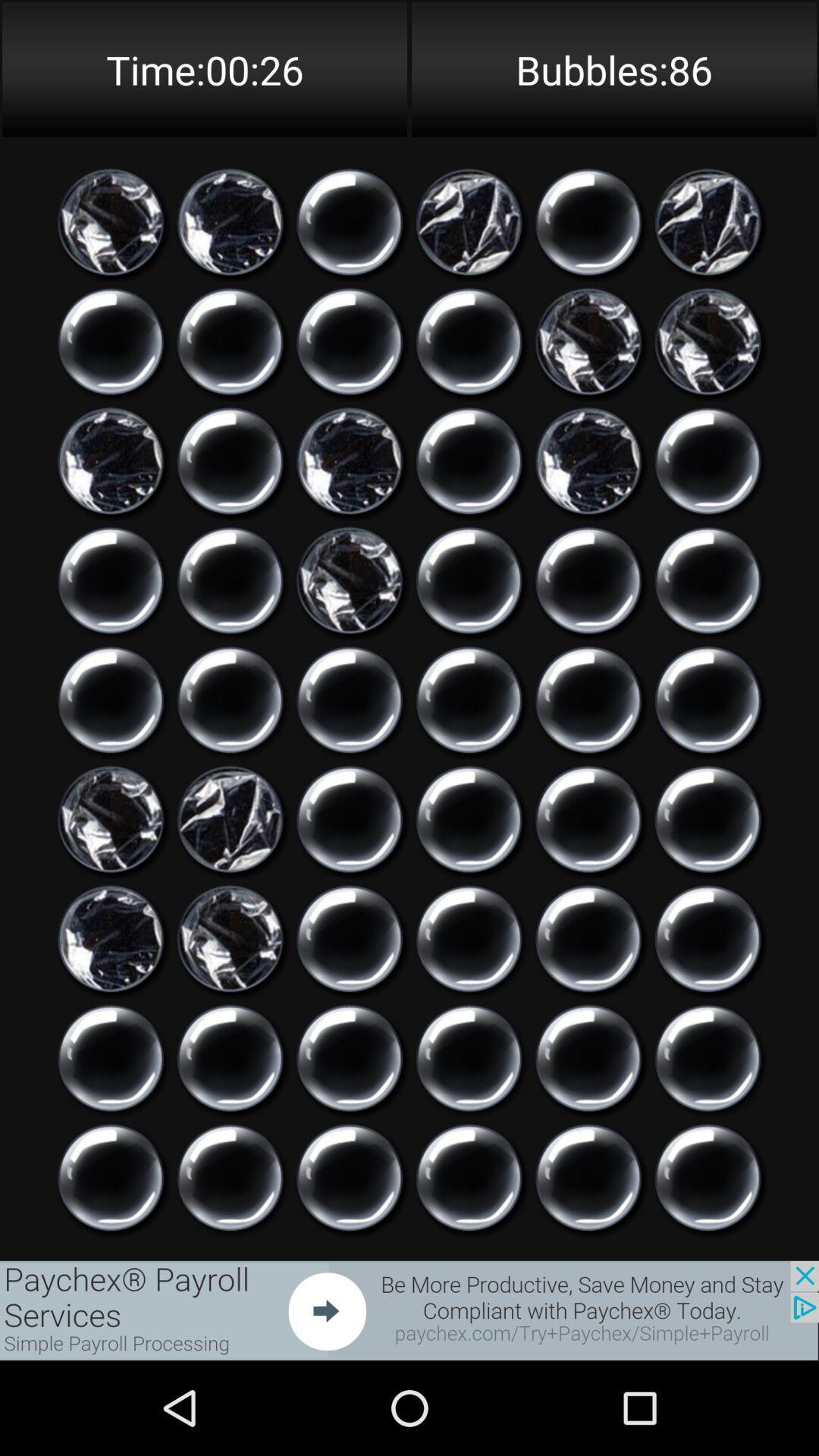  Describe the element at coordinates (468, 1132) in the screenshot. I see `the refresh icon` at that location.